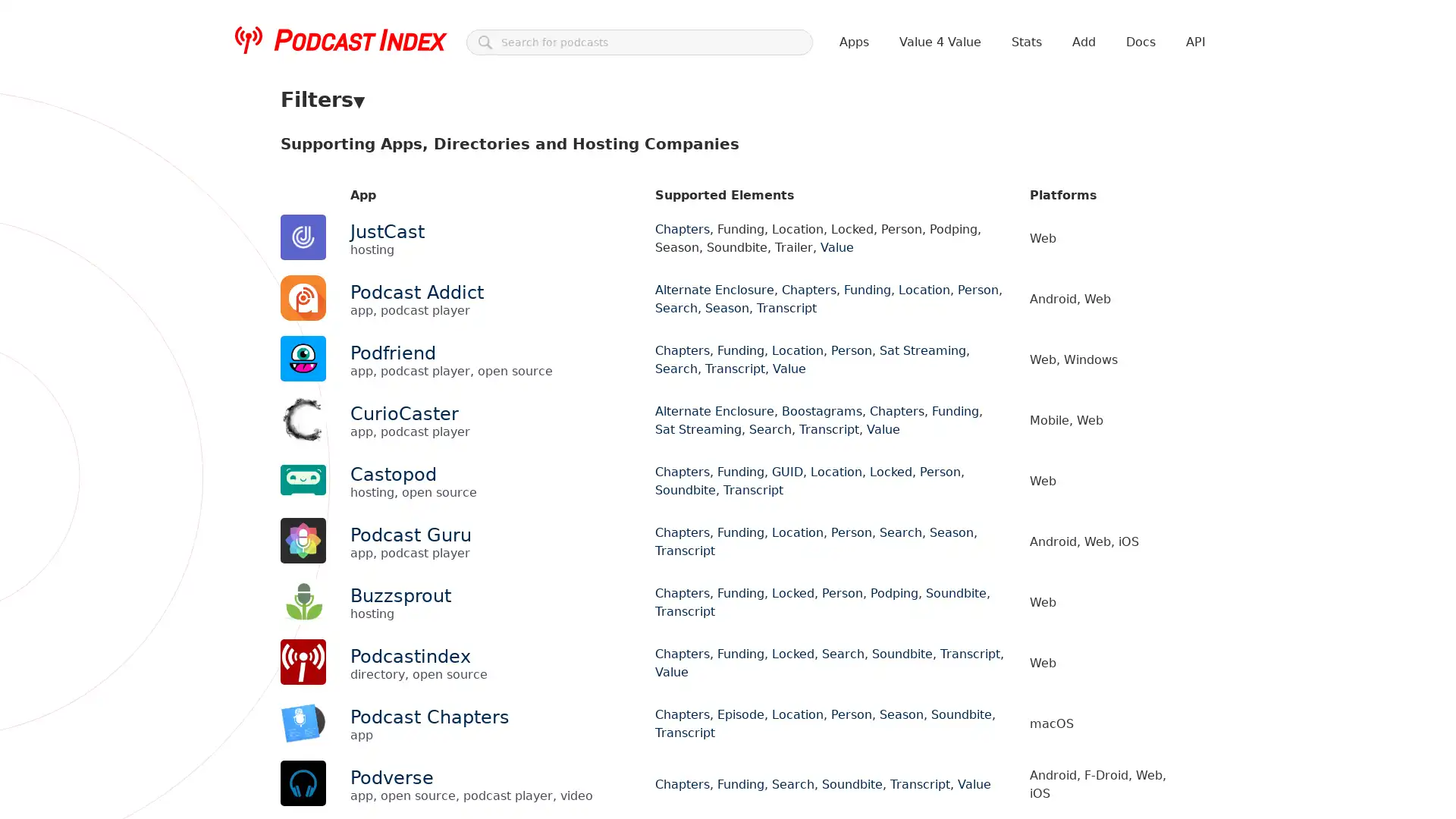  Describe the element at coordinates (610, 229) in the screenshot. I see `Episode` at that location.